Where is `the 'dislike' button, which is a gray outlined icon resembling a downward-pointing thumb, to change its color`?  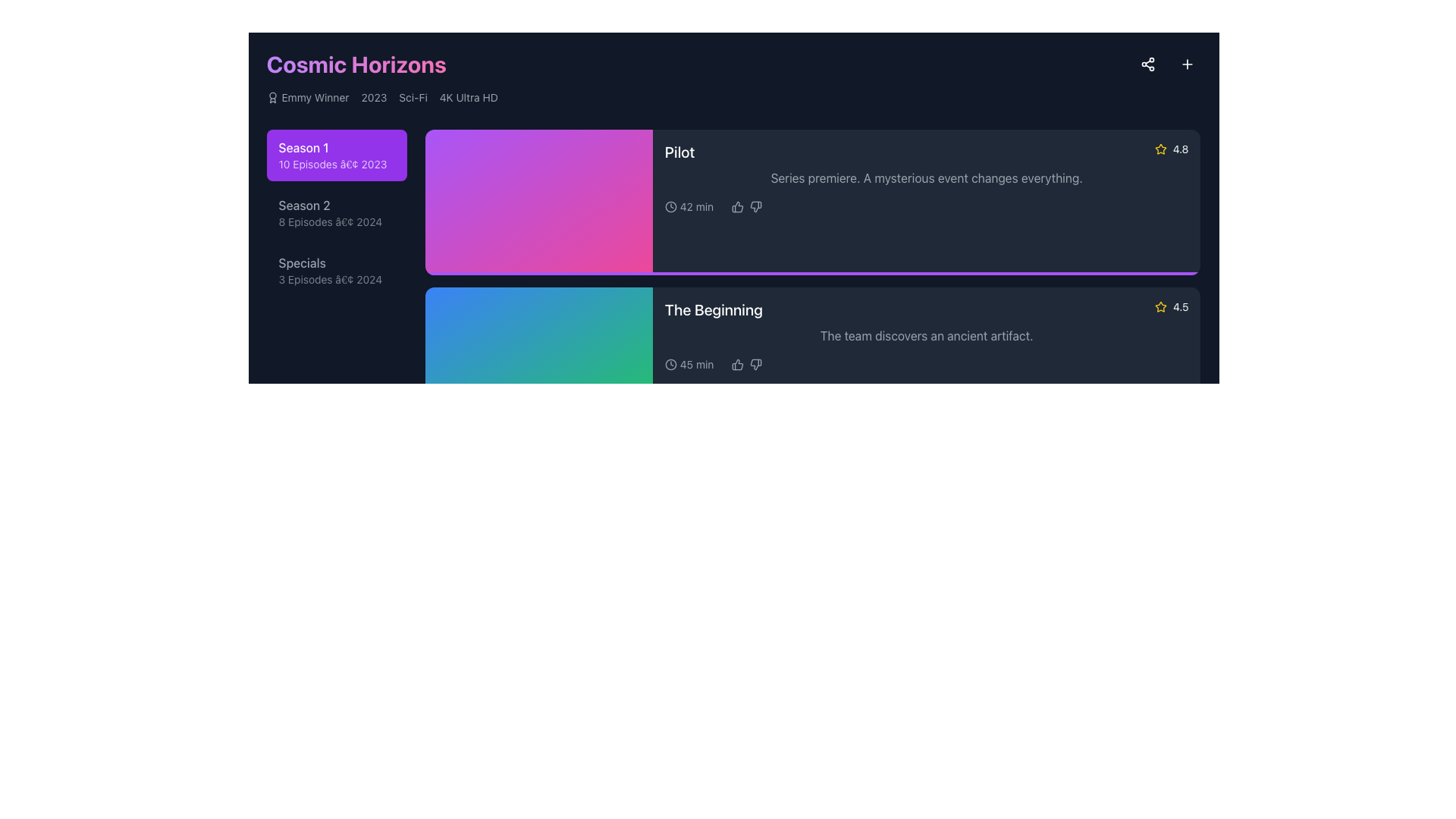 the 'dislike' button, which is a gray outlined icon resembling a downward-pointing thumb, to change its color is located at coordinates (756, 365).